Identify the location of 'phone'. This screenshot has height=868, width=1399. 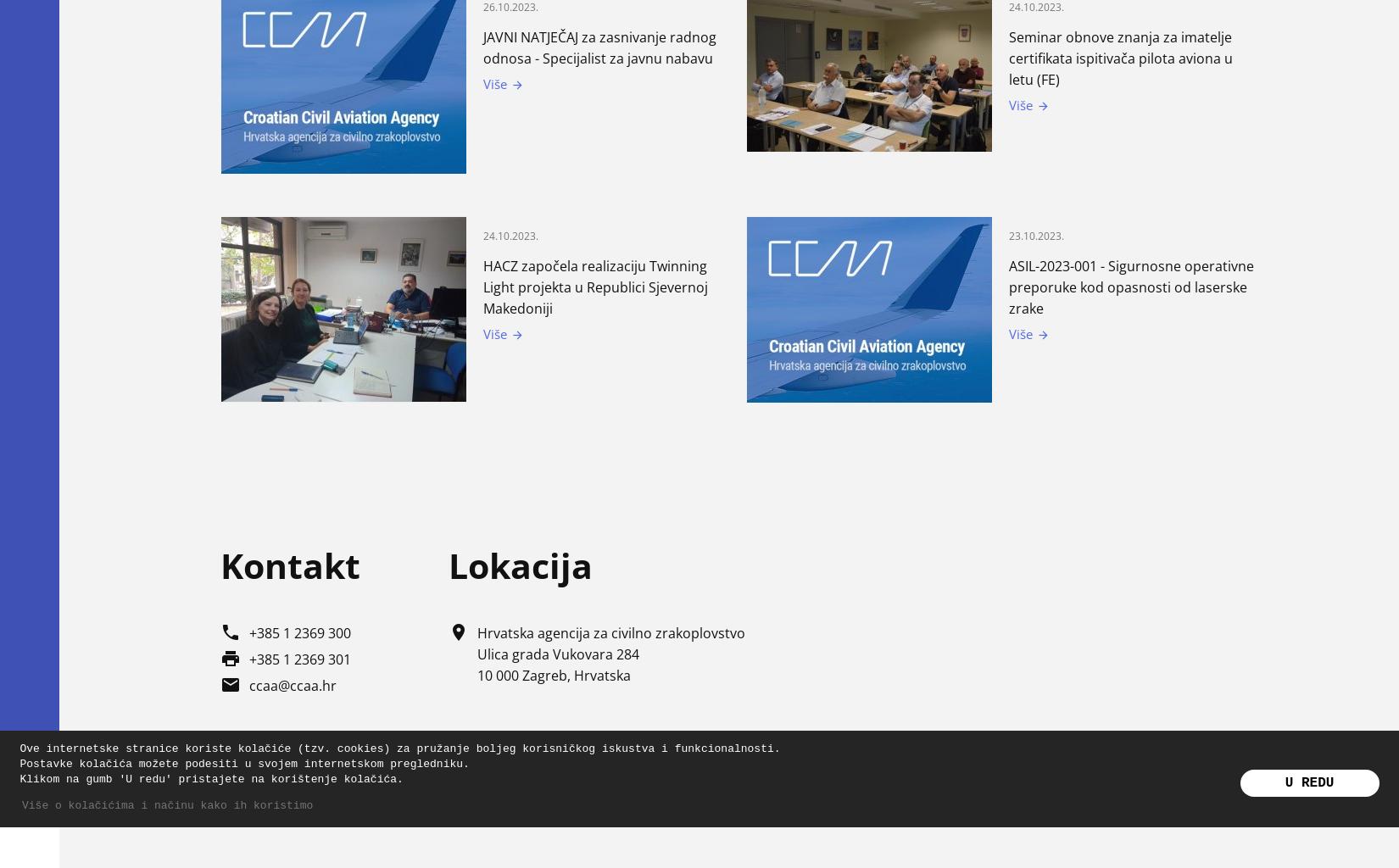
(230, 631).